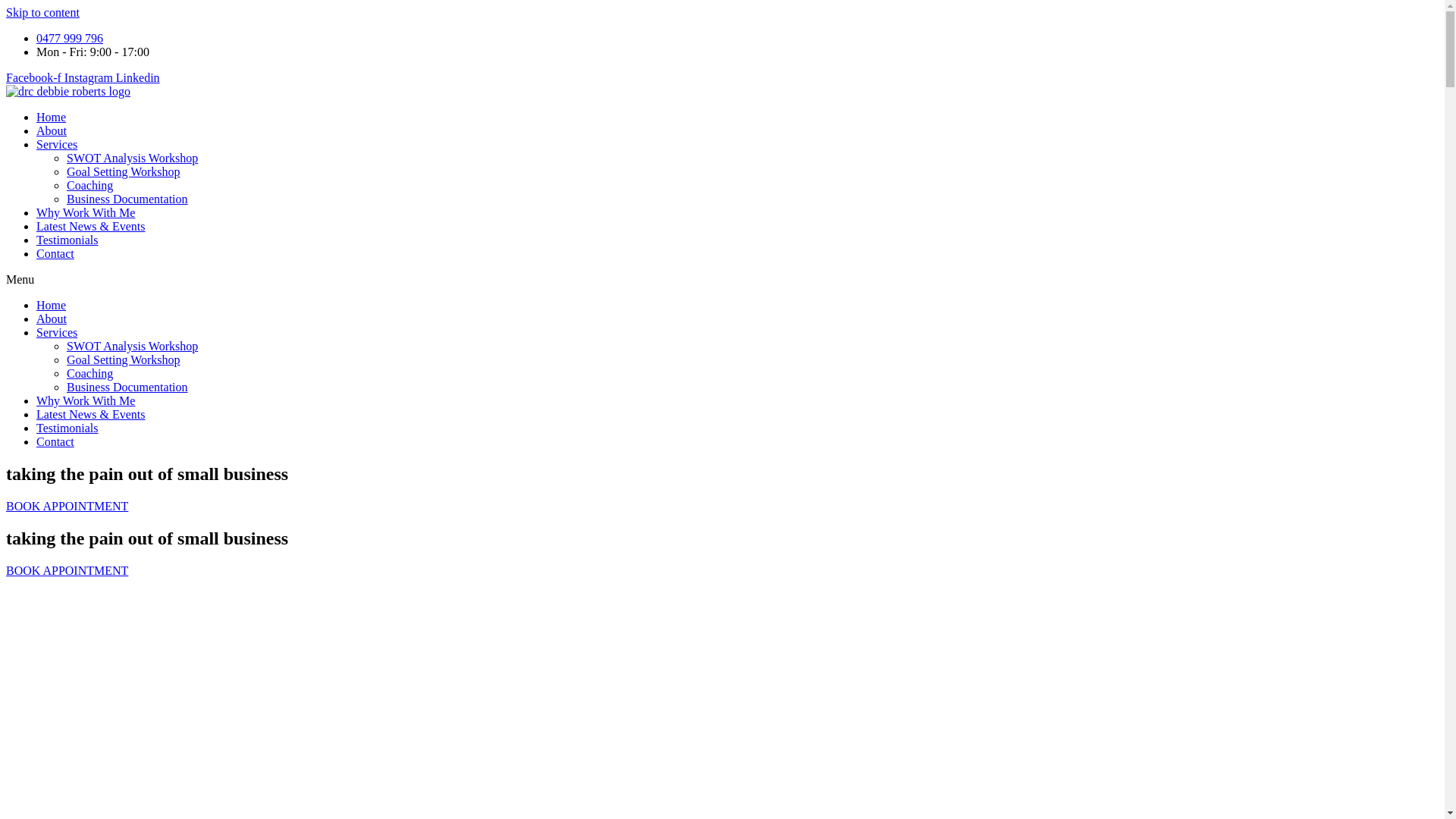 Image resolution: width=1456 pixels, height=819 pixels. I want to click on 'Skip to content', so click(42, 12).